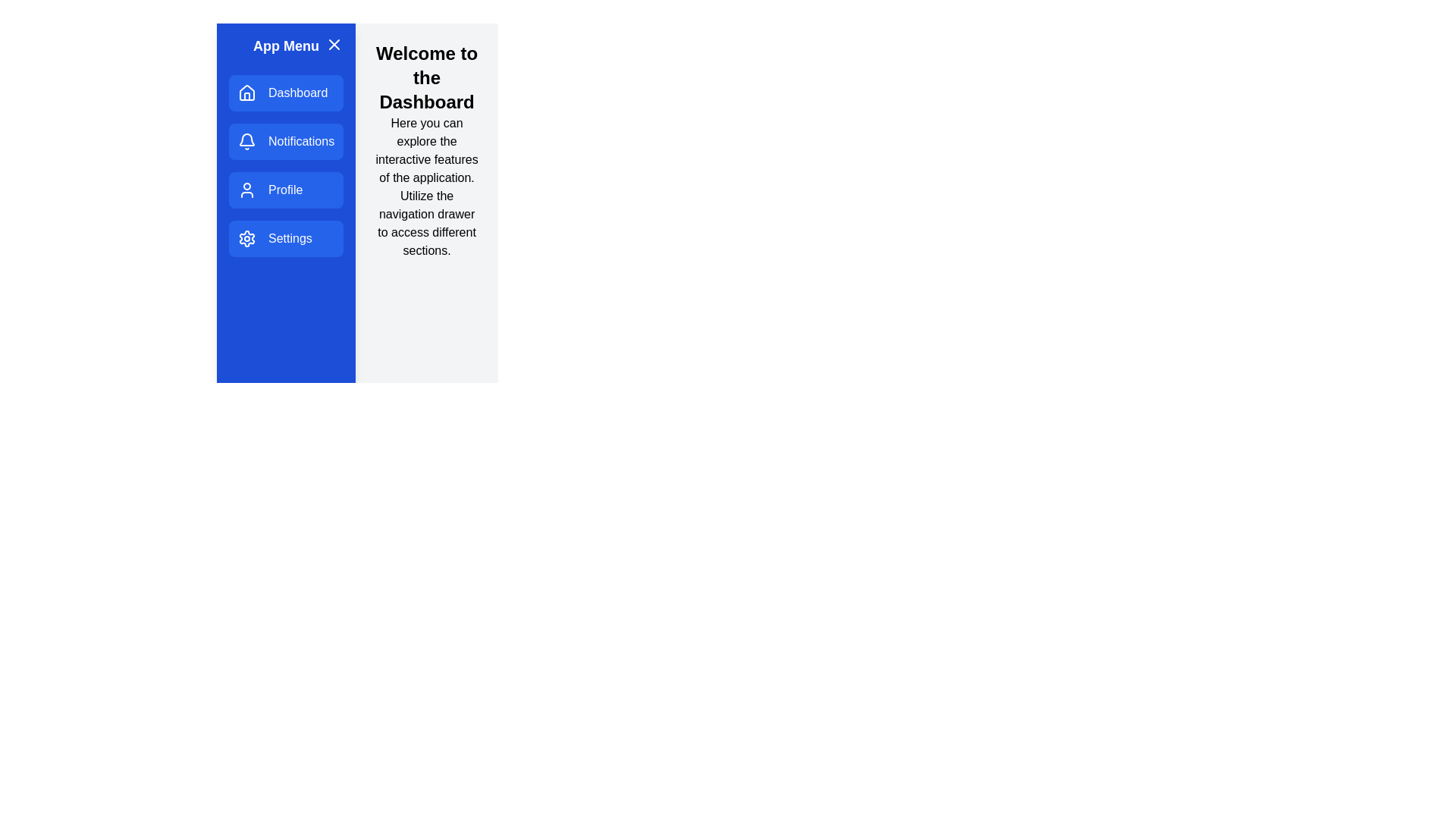  I want to click on the blue 'Settings' button with a white gear icon, so click(286, 239).